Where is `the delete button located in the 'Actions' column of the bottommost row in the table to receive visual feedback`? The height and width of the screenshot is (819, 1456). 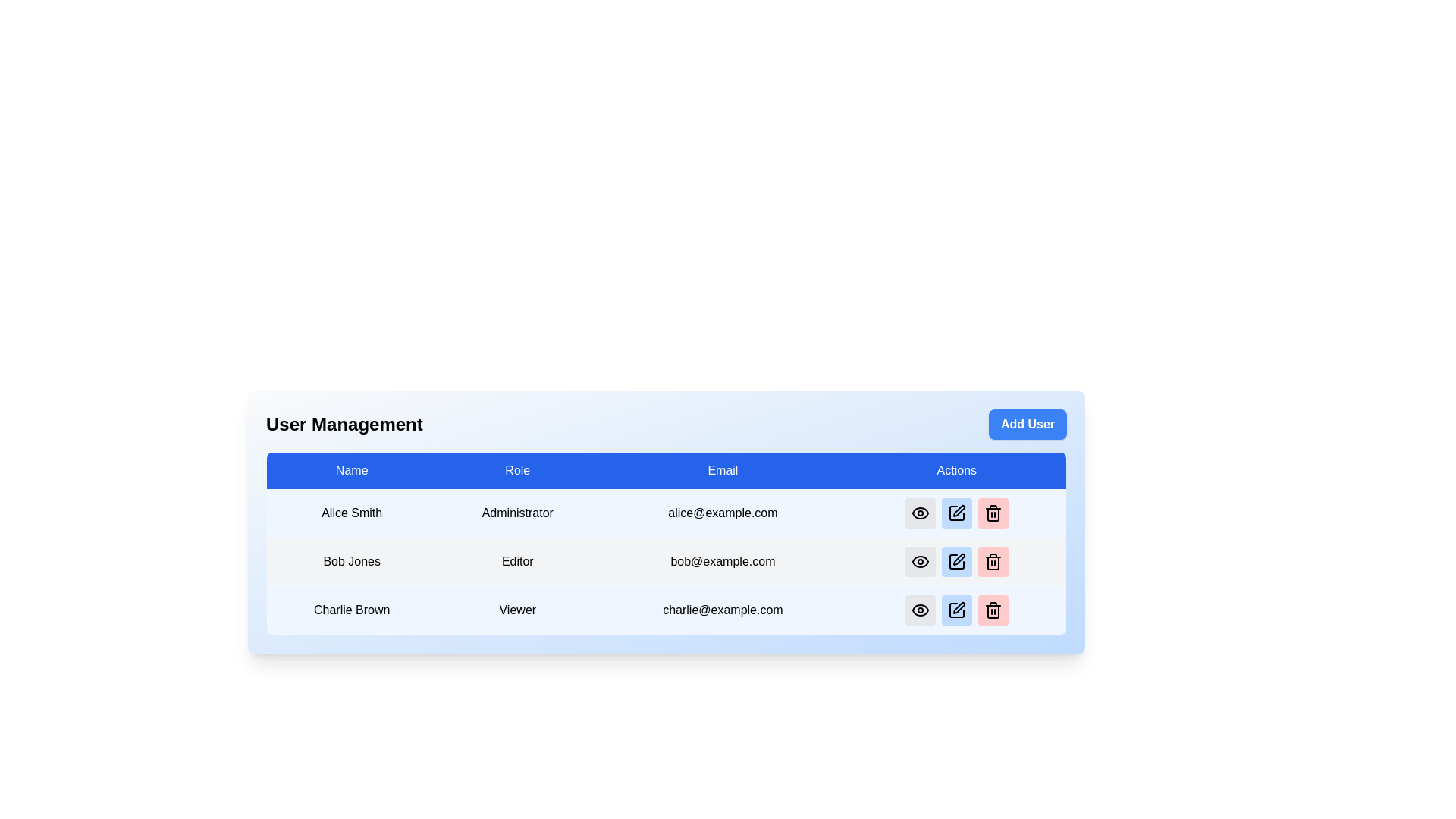 the delete button located in the 'Actions' column of the bottommost row in the table to receive visual feedback is located at coordinates (993, 610).